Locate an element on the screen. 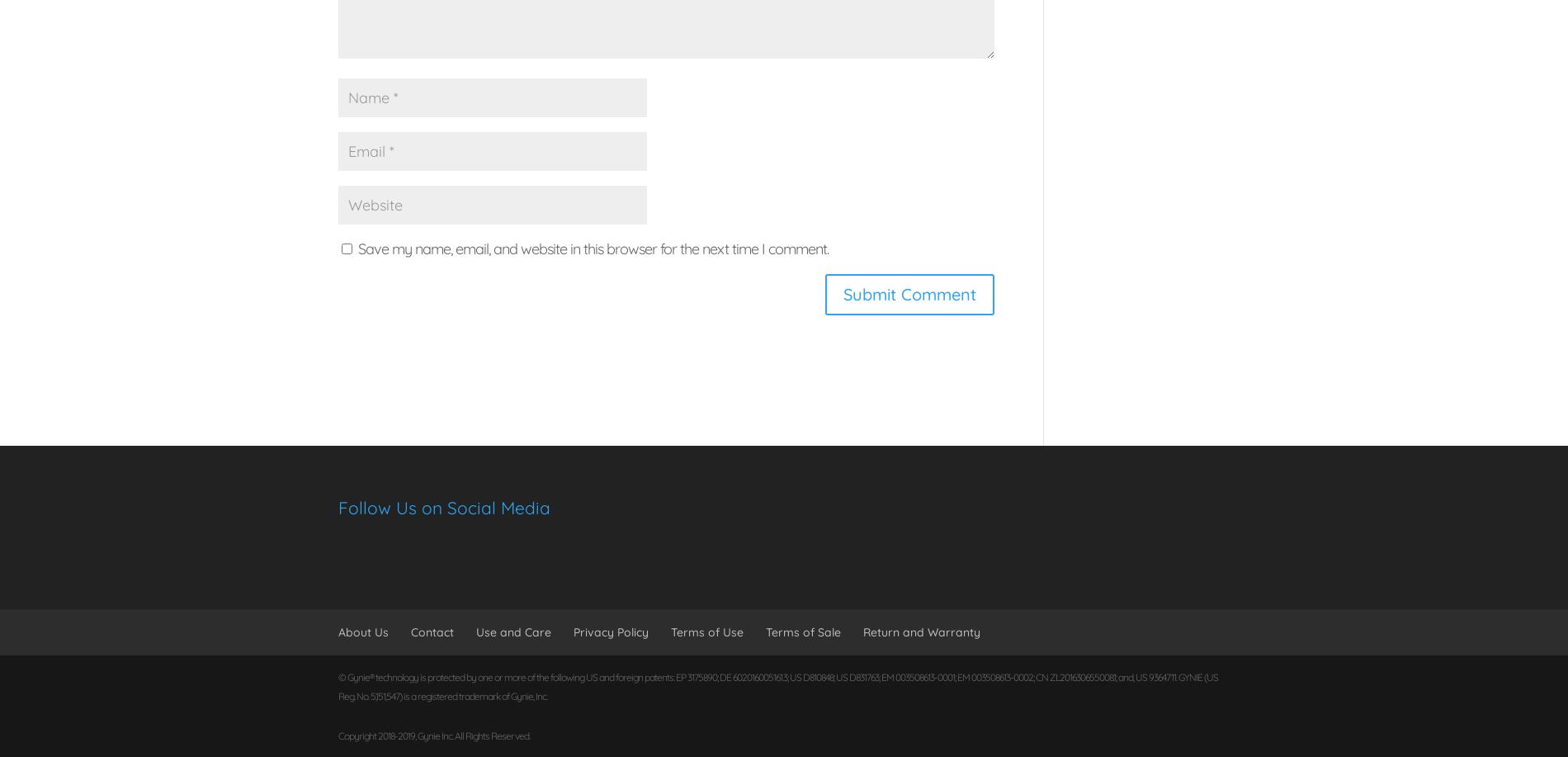  'Follow Us on Social Media' is located at coordinates (444, 506).